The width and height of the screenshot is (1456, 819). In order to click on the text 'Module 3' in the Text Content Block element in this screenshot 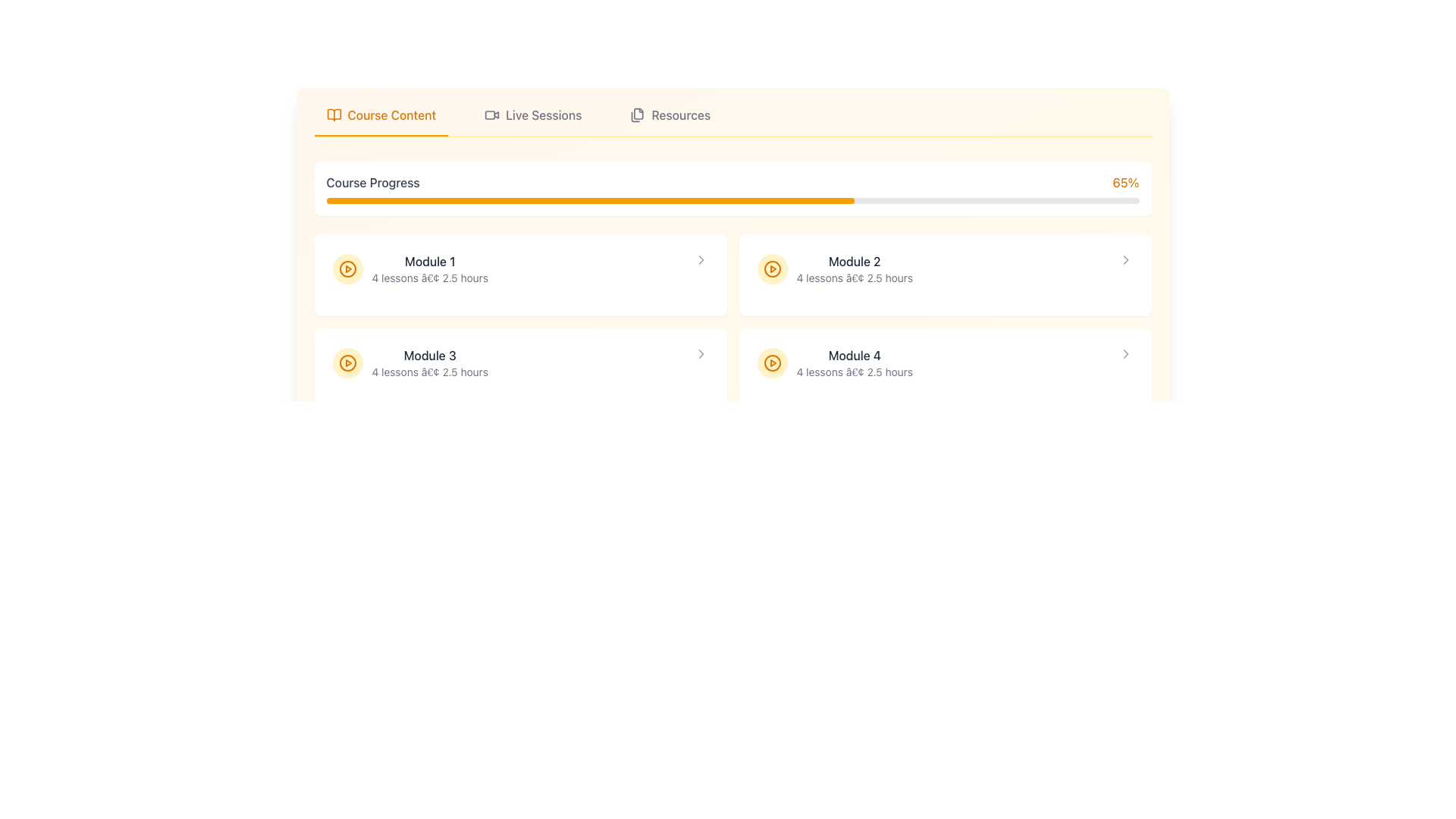, I will do `click(429, 362)`.